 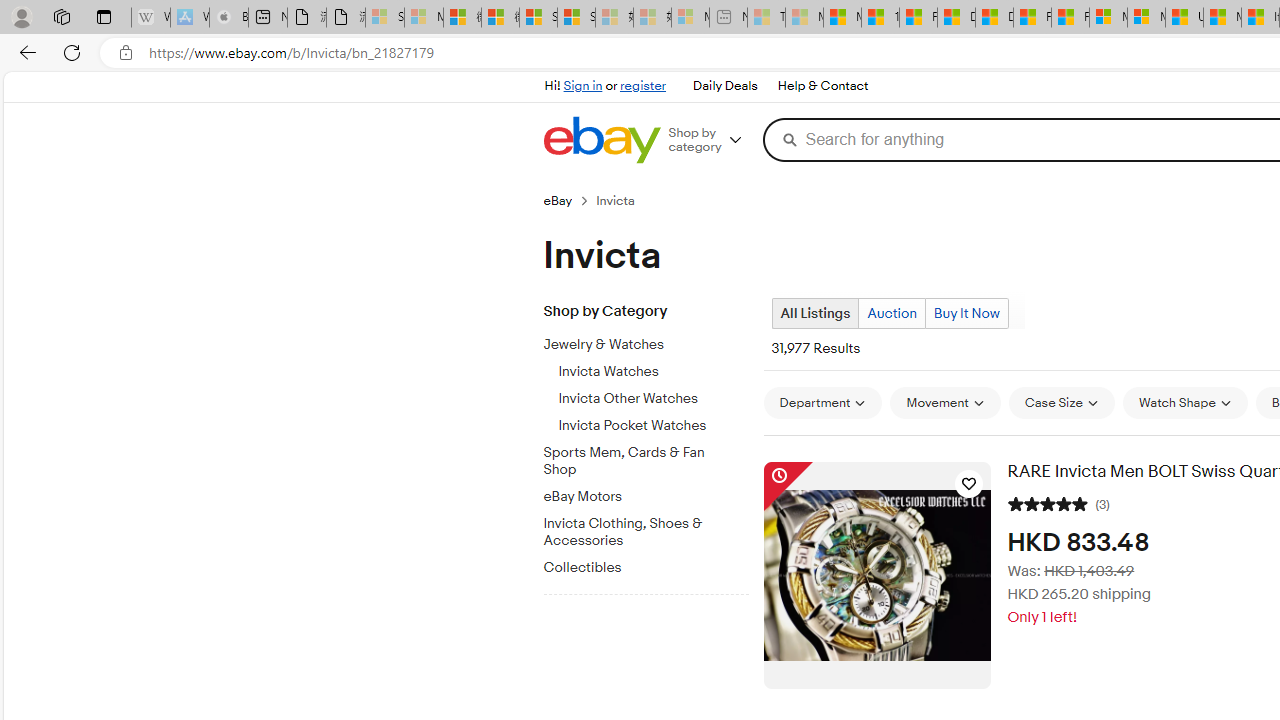 What do you see at coordinates (1185, 402) in the screenshot?
I see `'Watch Shape'` at bounding box center [1185, 402].